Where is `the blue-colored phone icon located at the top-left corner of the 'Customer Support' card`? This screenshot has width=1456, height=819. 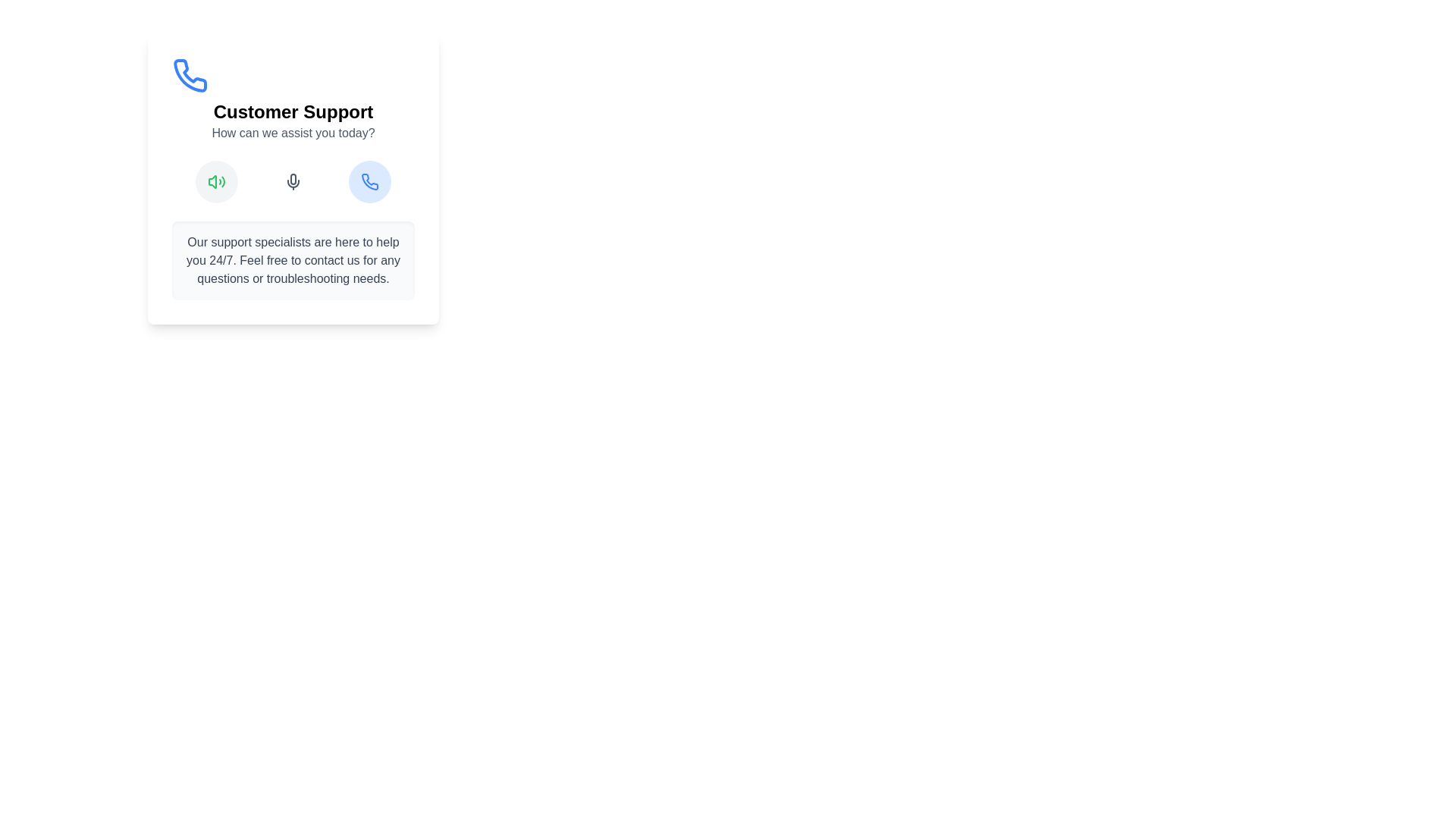 the blue-colored phone icon located at the top-left corner of the 'Customer Support' card is located at coordinates (370, 180).